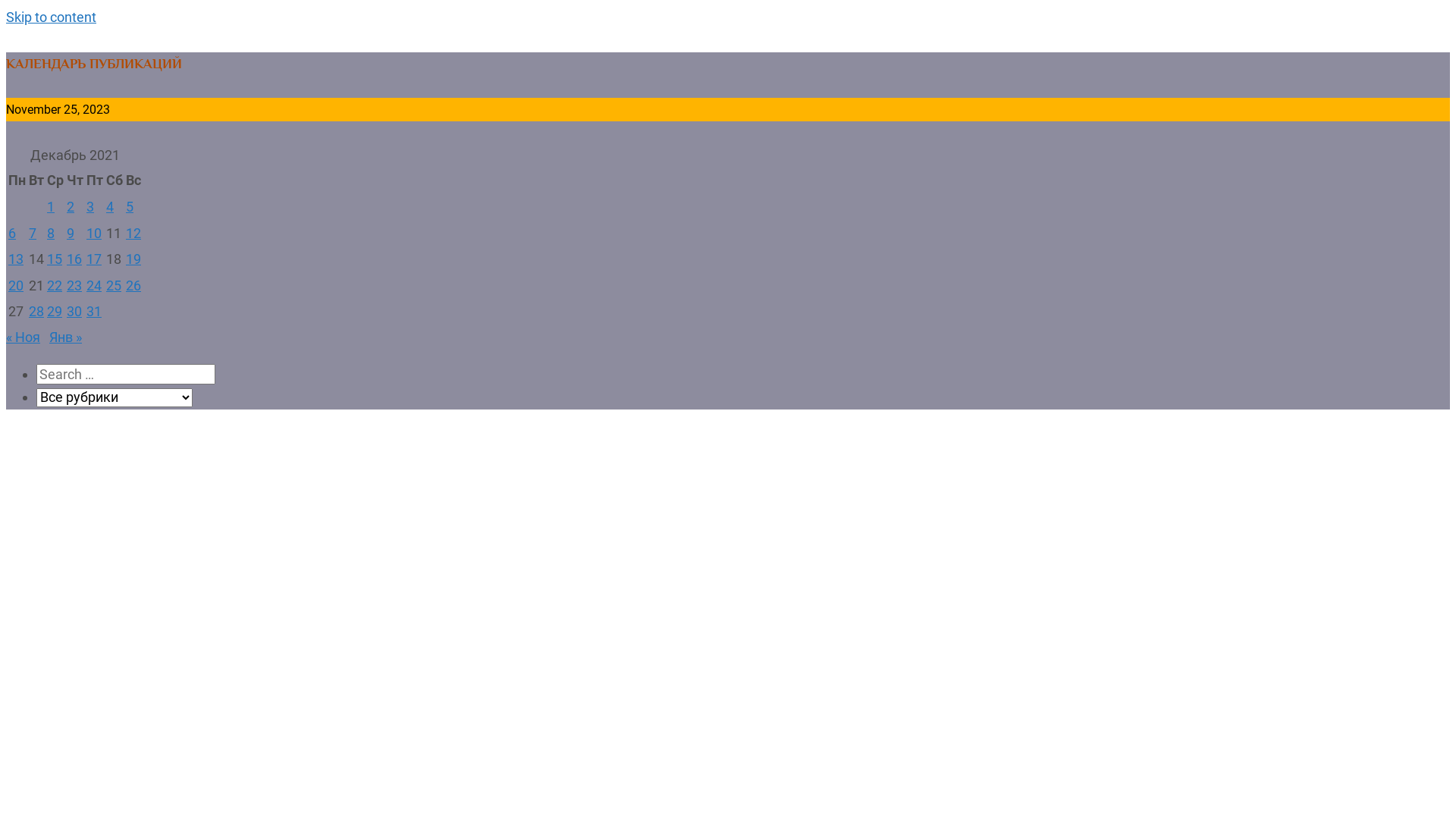 This screenshot has width=1456, height=819. I want to click on '7', so click(33, 233).